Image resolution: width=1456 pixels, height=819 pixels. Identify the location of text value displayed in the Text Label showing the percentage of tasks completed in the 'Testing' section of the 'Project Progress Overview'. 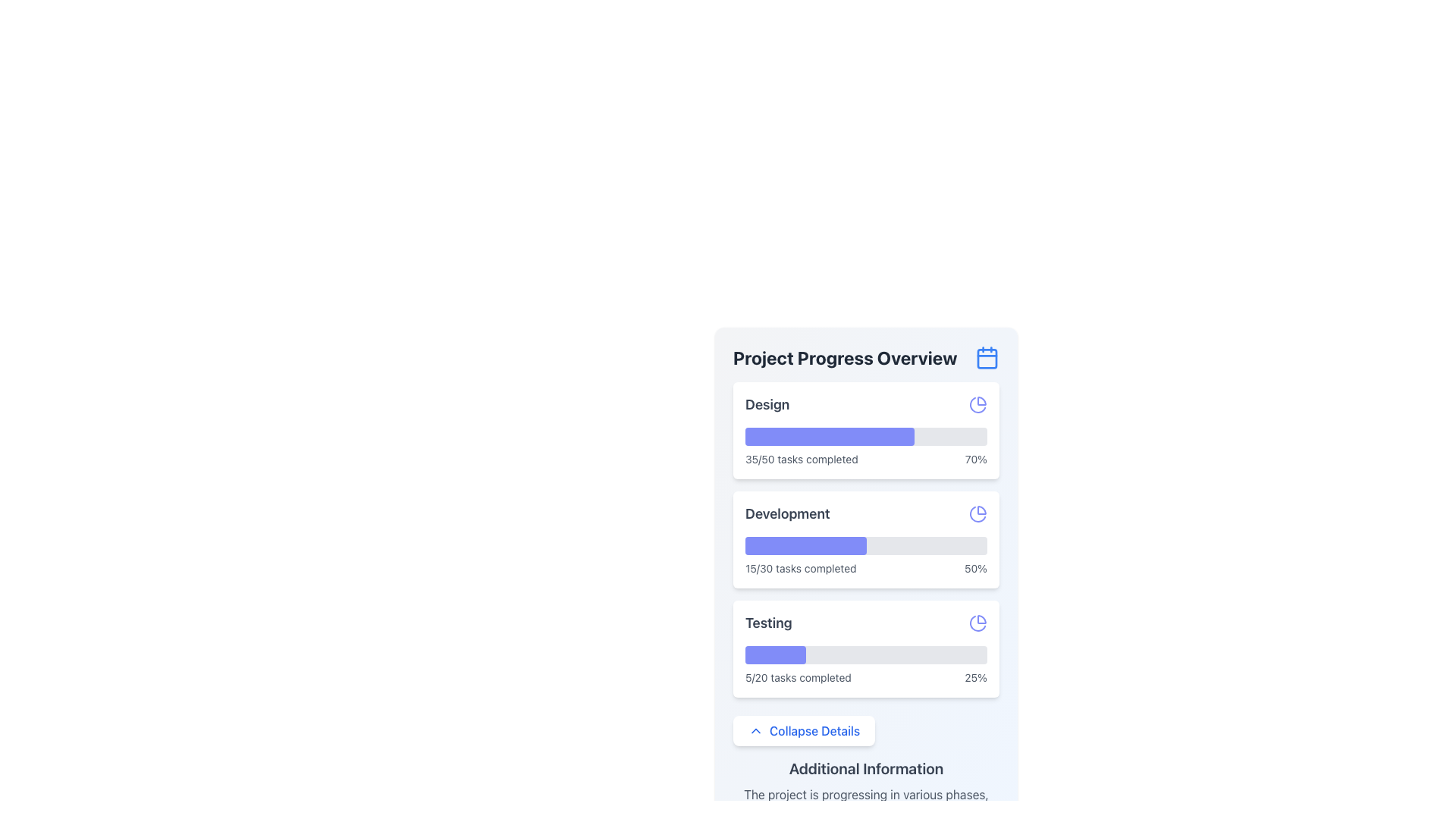
(976, 677).